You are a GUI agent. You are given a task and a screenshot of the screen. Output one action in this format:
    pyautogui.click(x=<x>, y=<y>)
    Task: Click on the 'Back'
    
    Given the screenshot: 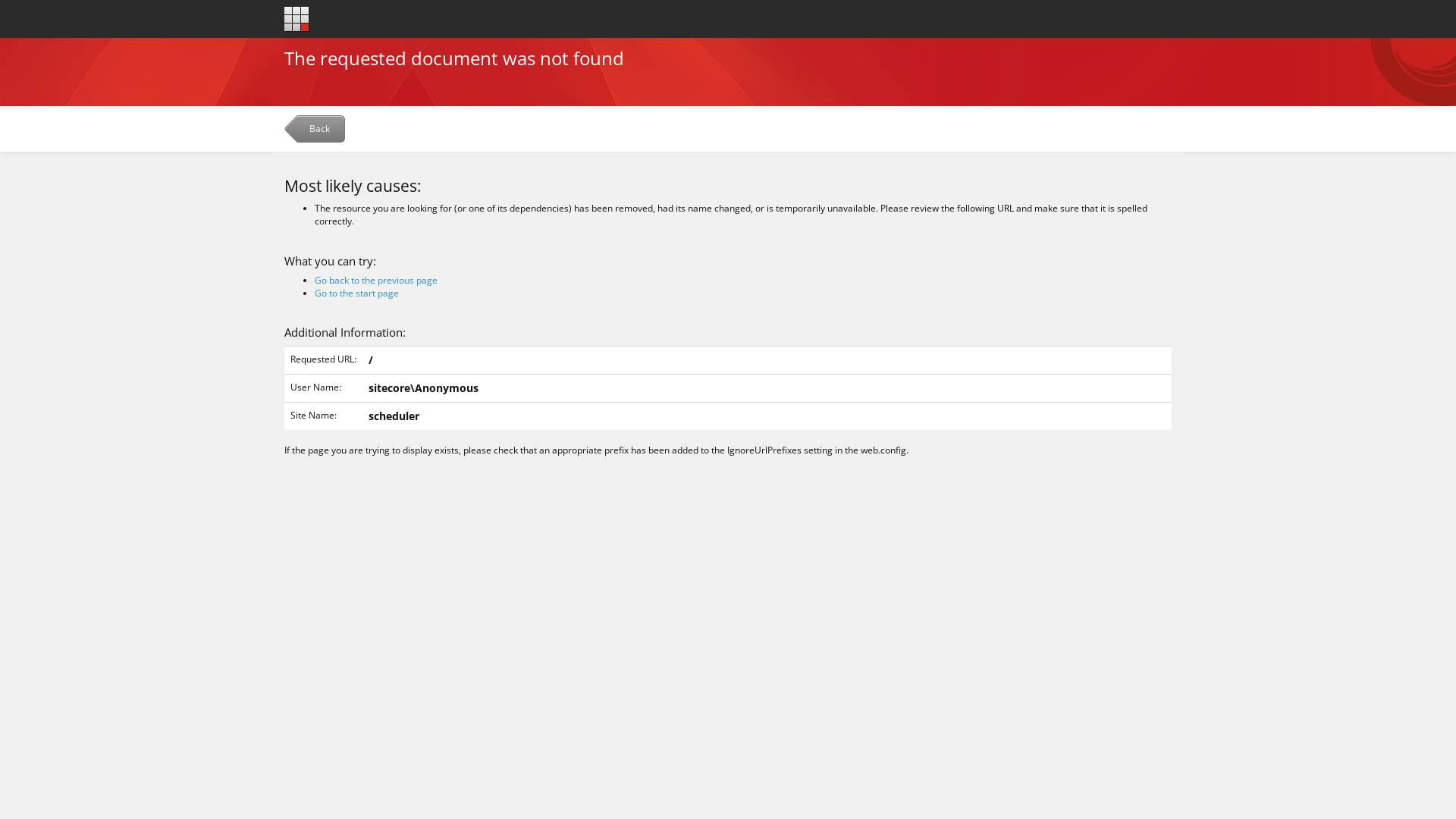 What is the action you would take?
    pyautogui.click(x=315, y=130)
    